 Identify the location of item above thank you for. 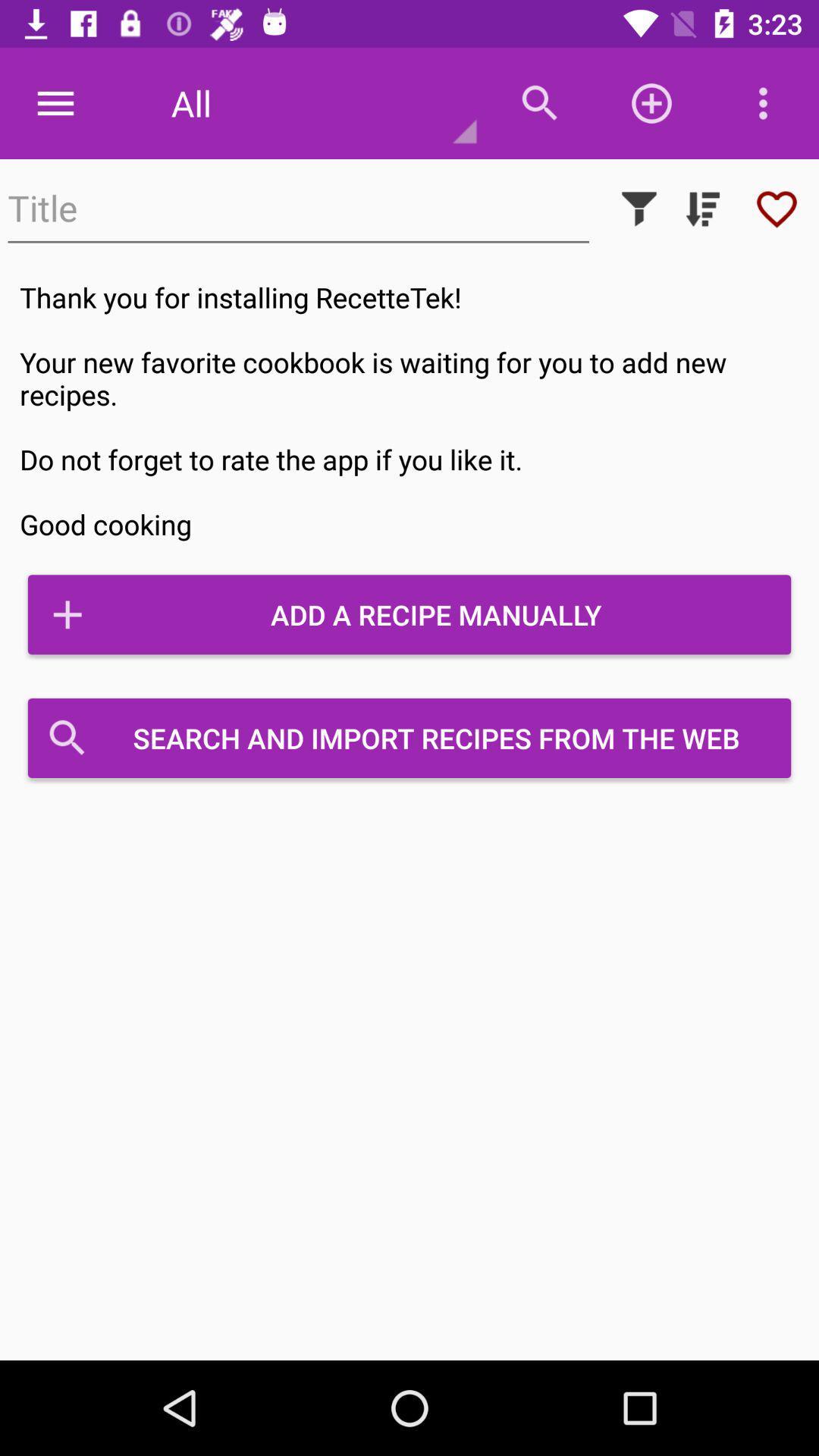
(777, 208).